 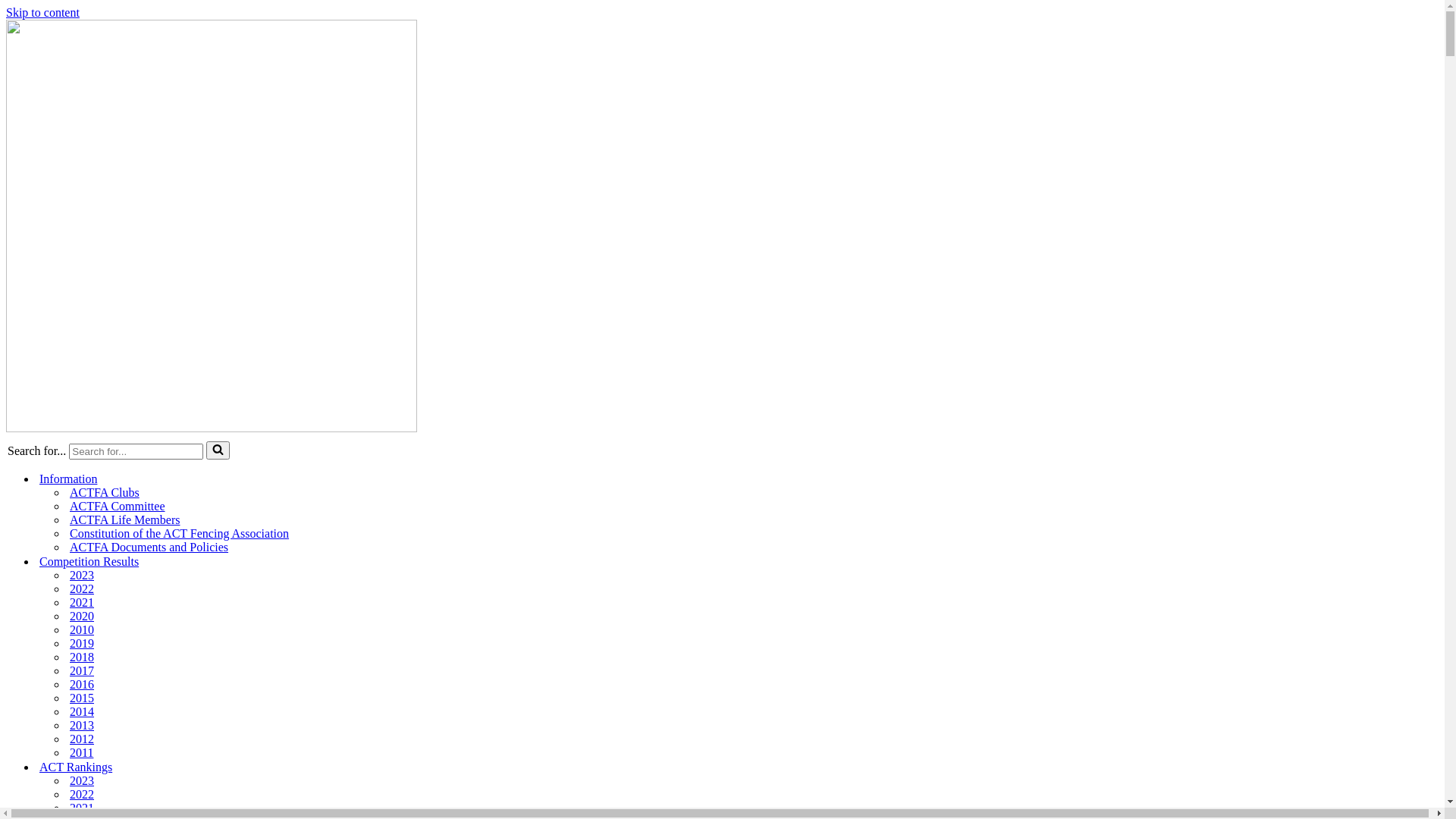 I want to click on '2023', so click(x=81, y=576).